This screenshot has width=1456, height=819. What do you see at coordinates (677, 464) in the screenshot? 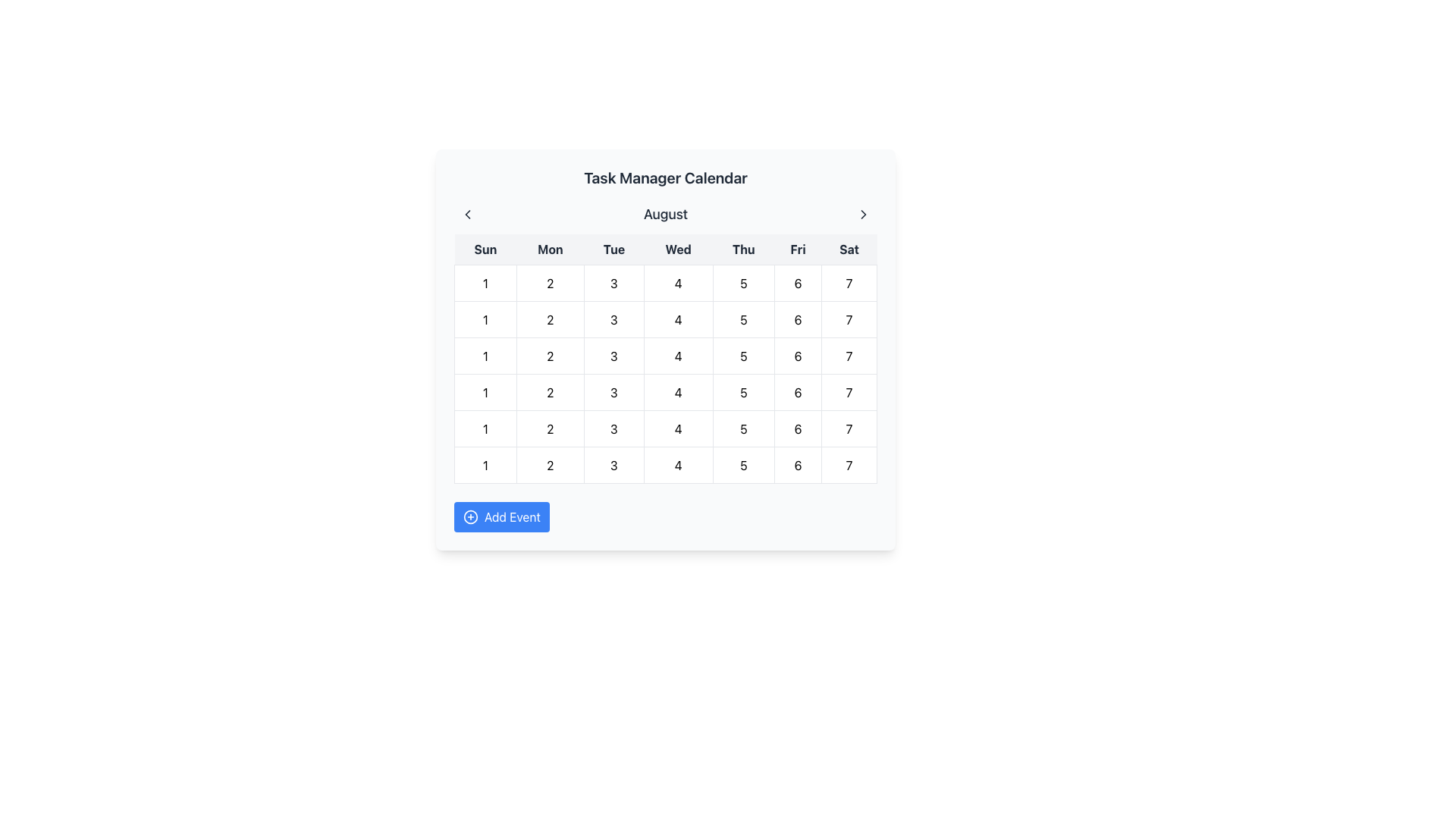
I see `the Calendar day cell that contains the number '4'` at bounding box center [677, 464].